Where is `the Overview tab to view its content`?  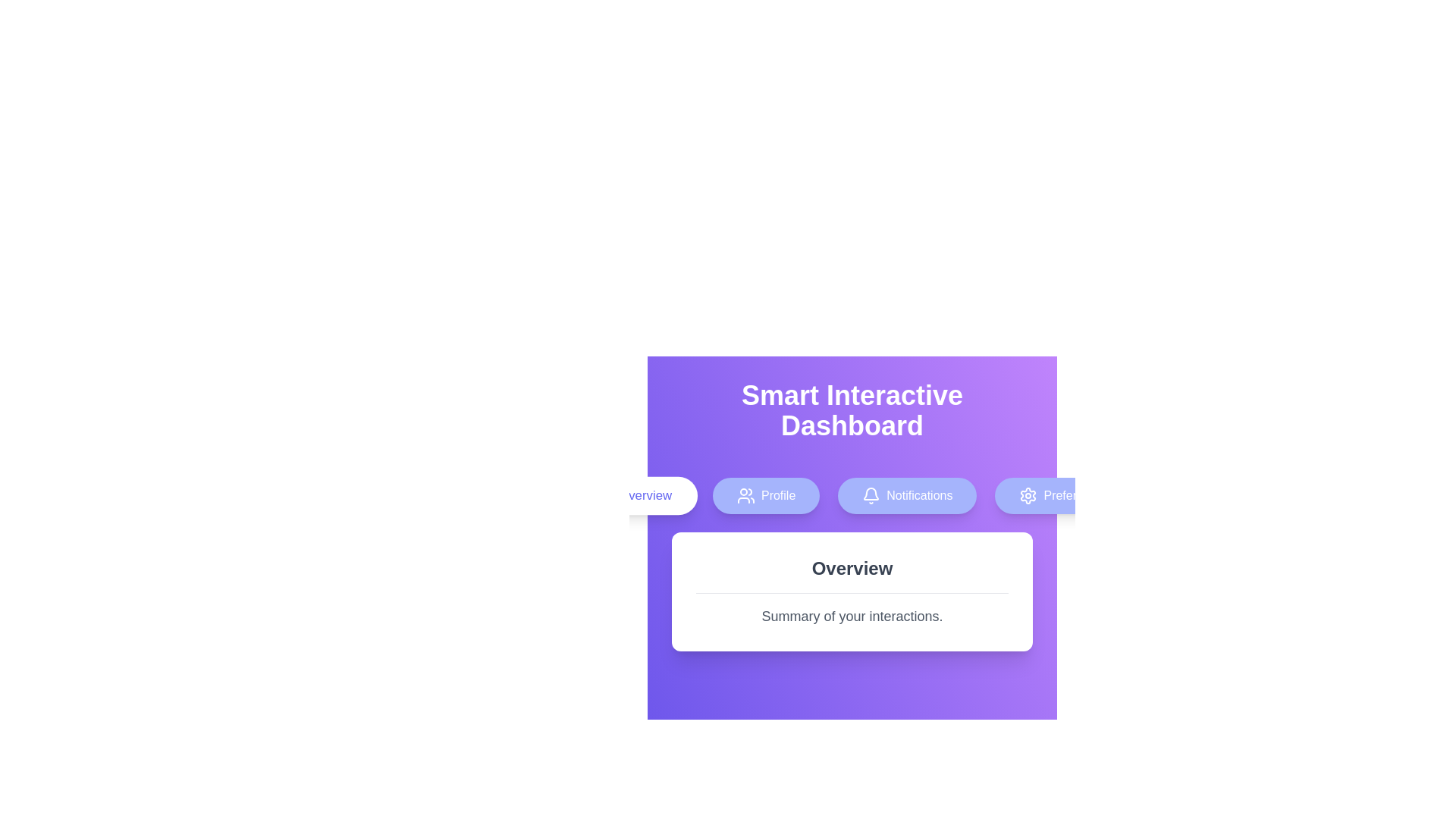
the Overview tab to view its content is located at coordinates (632, 496).